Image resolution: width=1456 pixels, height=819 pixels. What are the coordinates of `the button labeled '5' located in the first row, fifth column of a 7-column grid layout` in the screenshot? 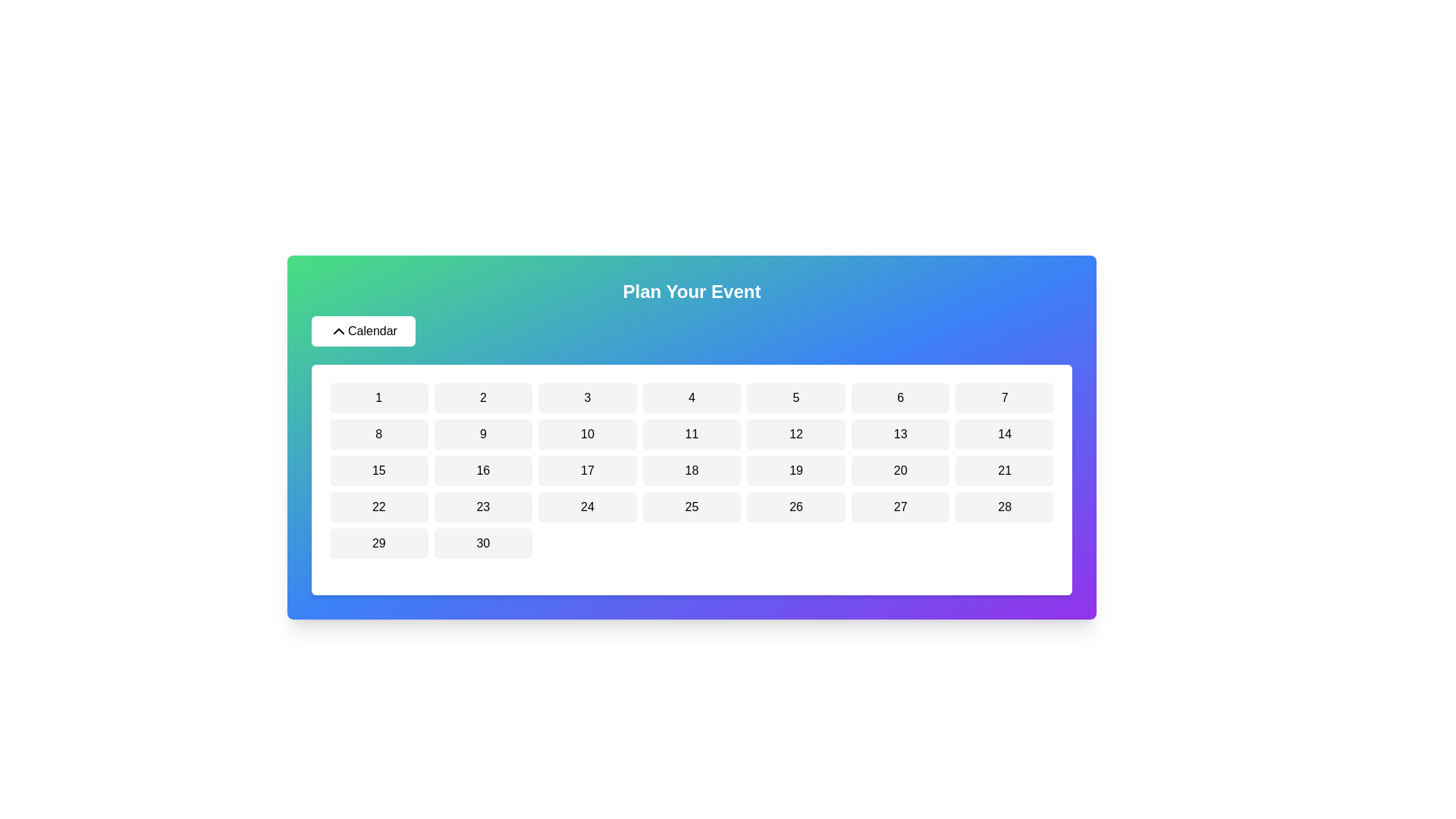 It's located at (795, 397).